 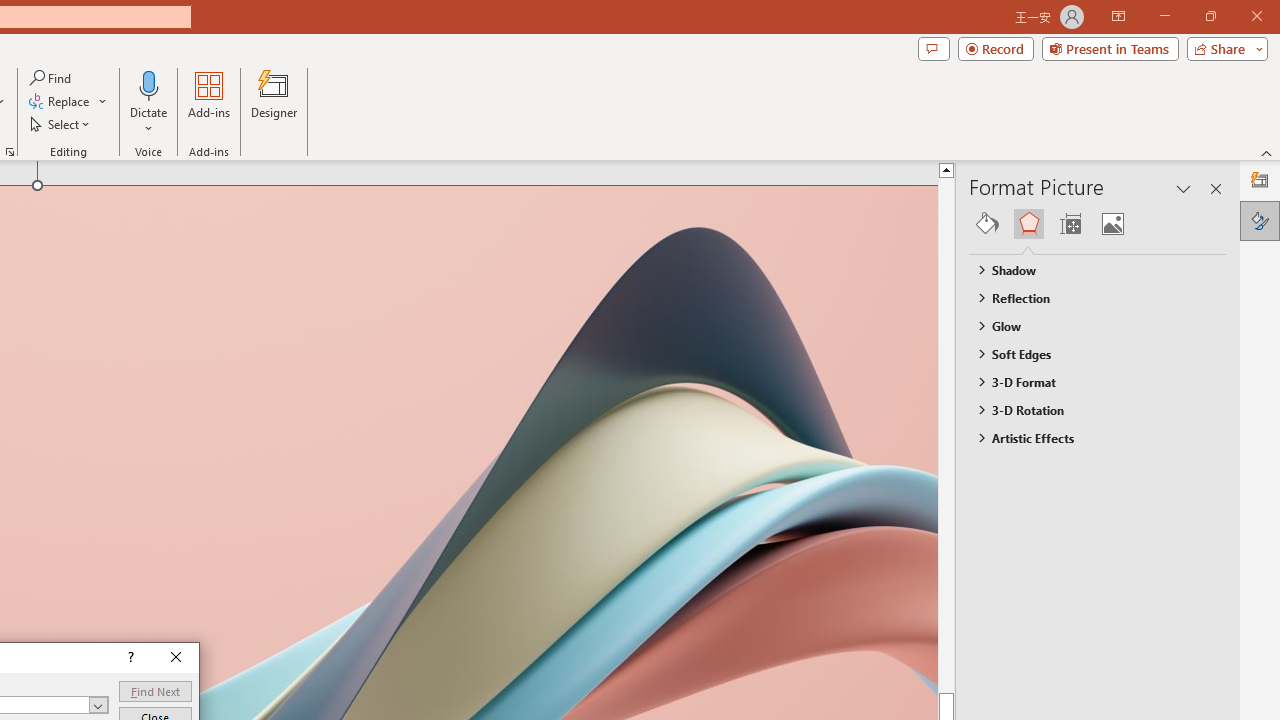 What do you see at coordinates (987, 223) in the screenshot?
I see `'Fill & Line'` at bounding box center [987, 223].